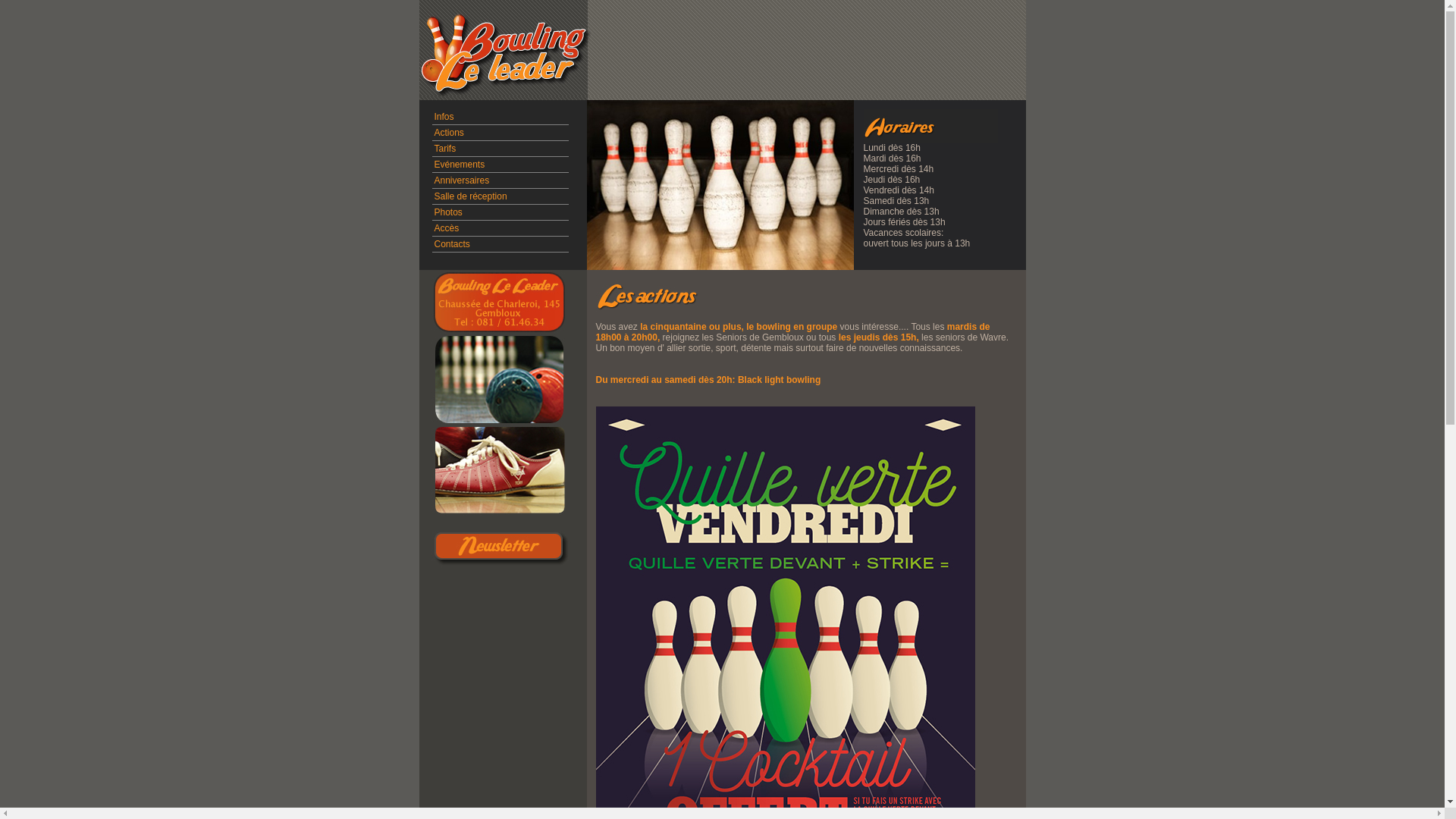 This screenshot has width=1456, height=819. I want to click on 'Actions', so click(432, 131).